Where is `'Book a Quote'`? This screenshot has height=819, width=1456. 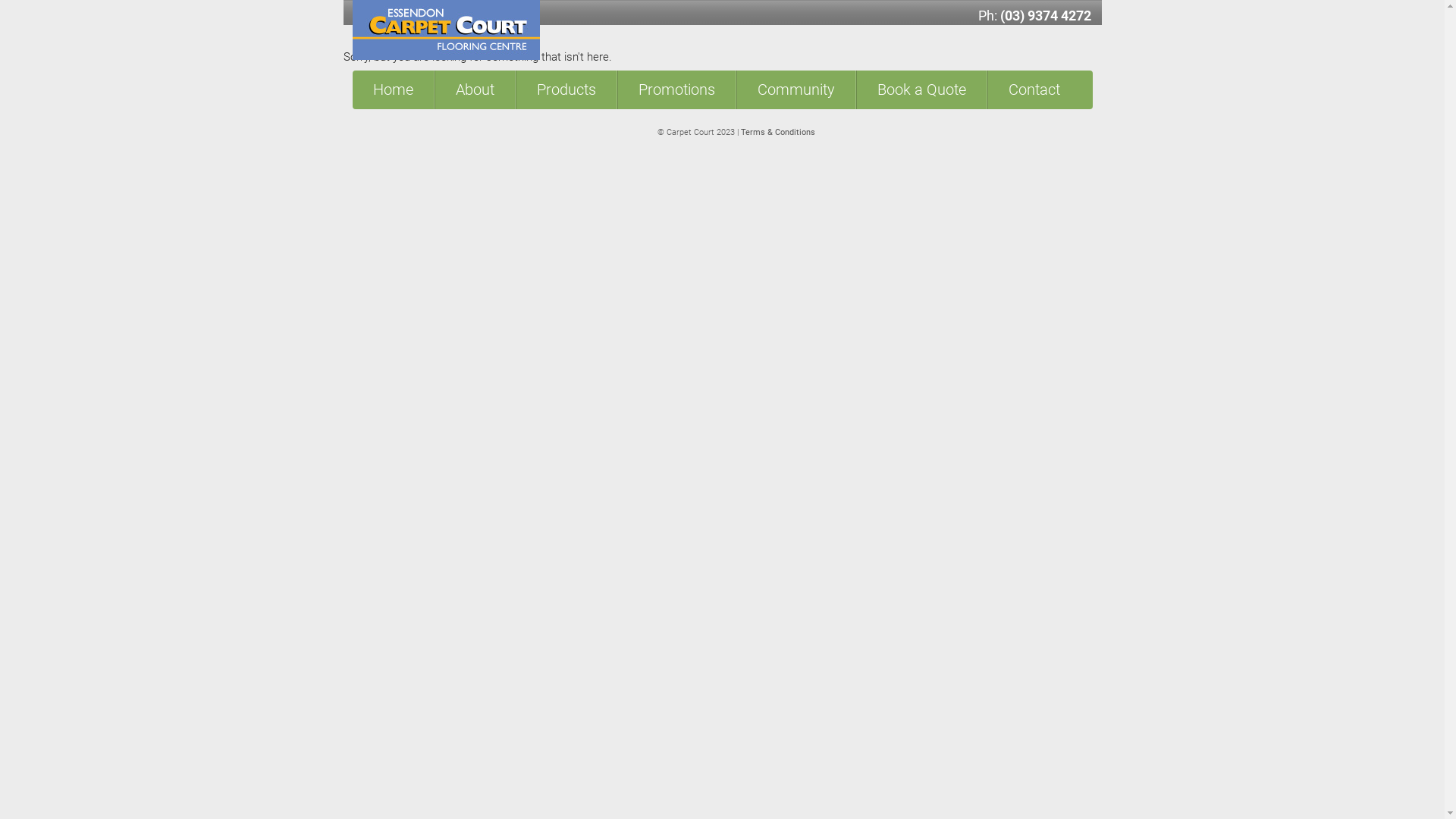 'Book a Quote' is located at coordinates (920, 89).